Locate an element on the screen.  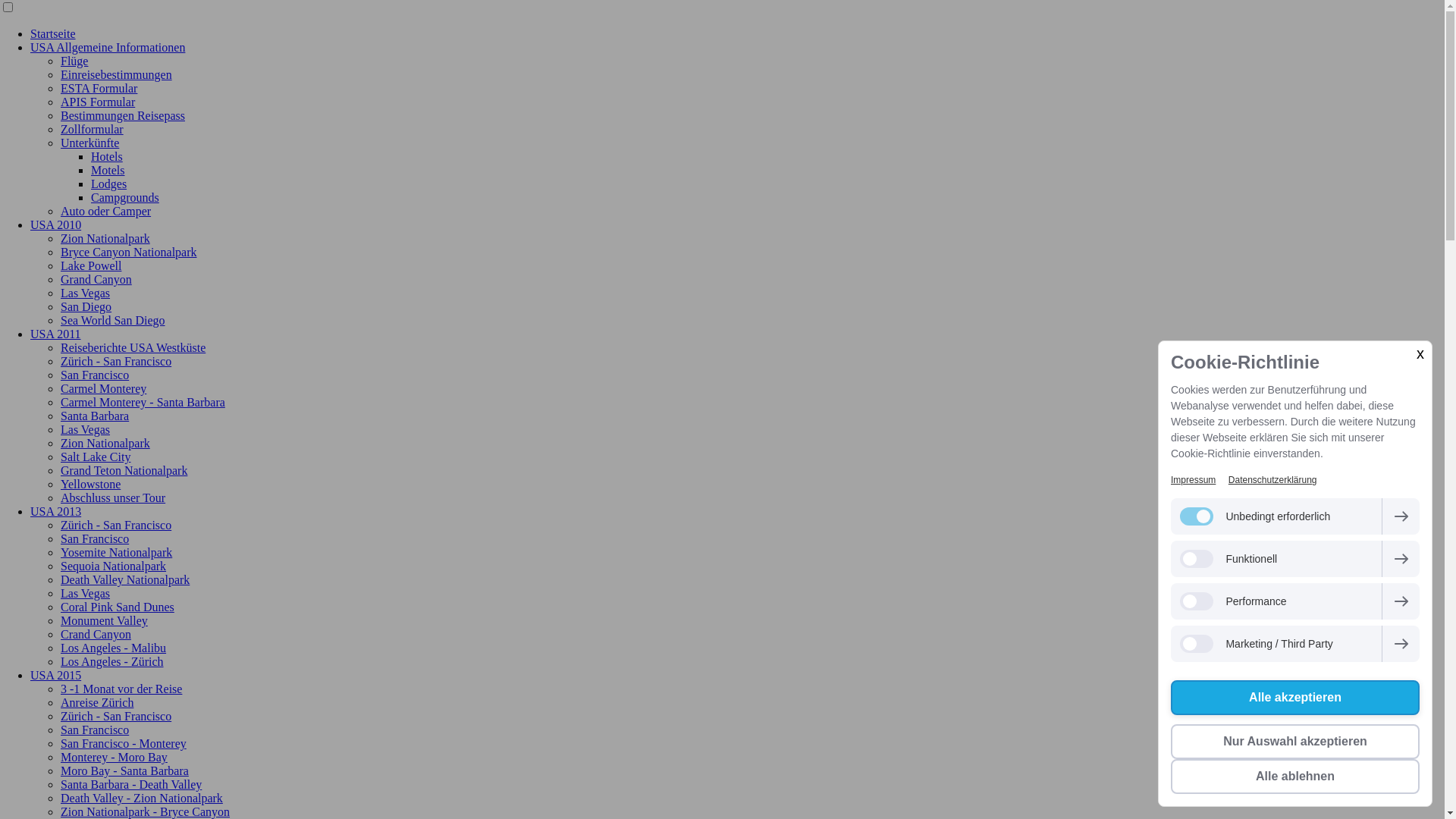
'USA 2015' is located at coordinates (30, 674).